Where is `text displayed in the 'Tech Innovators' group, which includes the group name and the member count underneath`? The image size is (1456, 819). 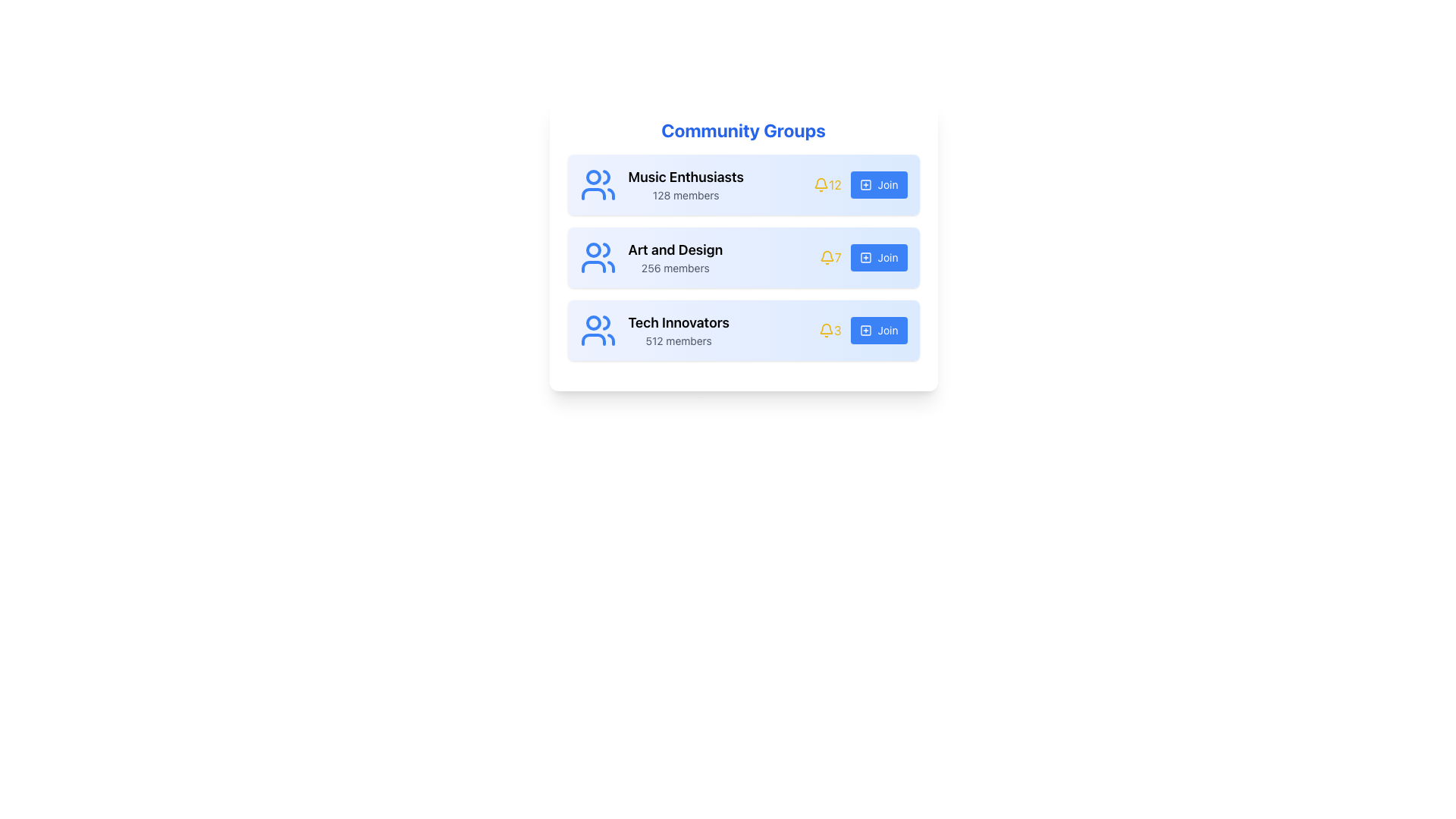
text displayed in the 'Tech Innovators' group, which includes the group name and the member count underneath is located at coordinates (678, 329).